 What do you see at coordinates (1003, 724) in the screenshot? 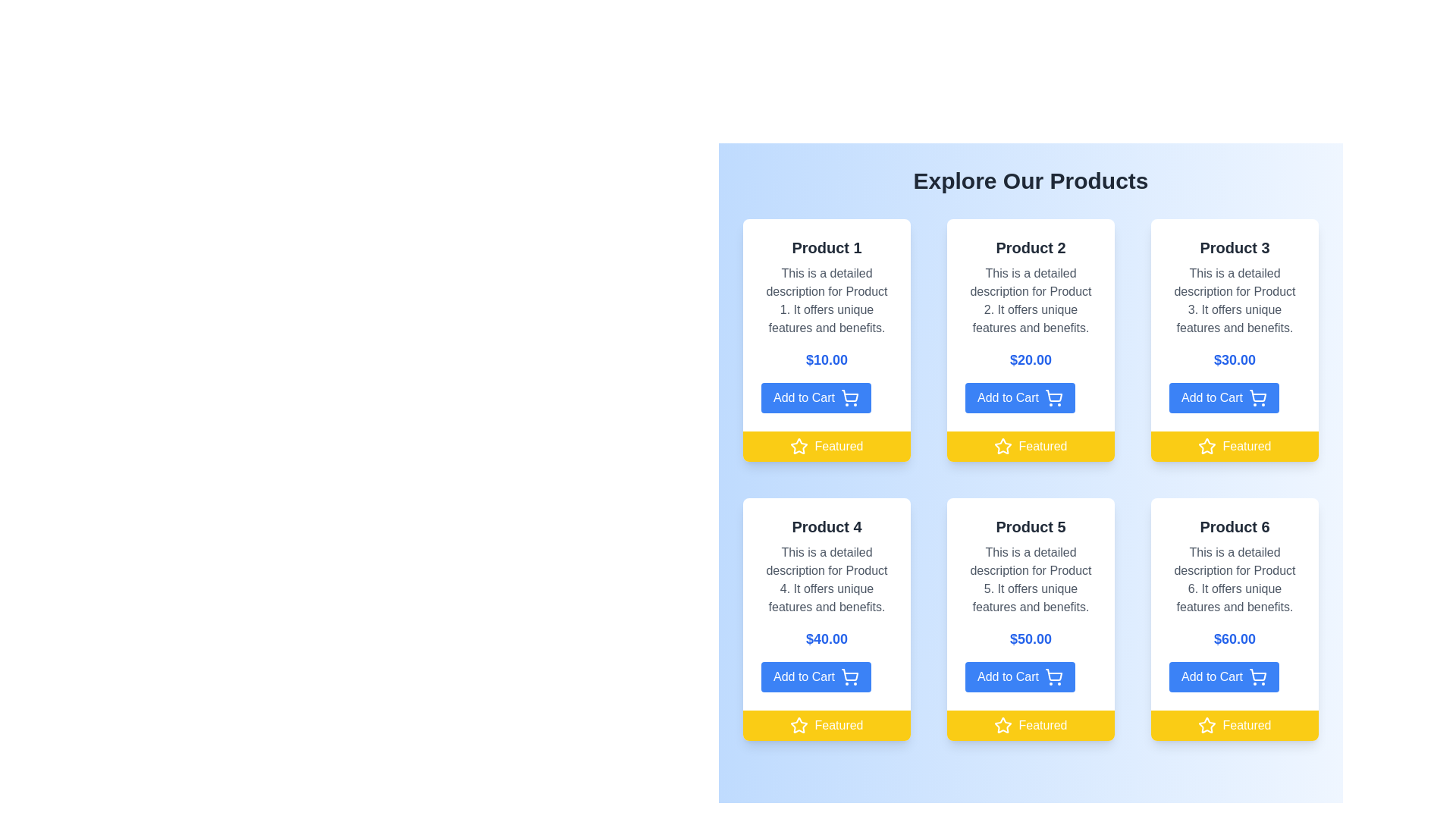
I see `the featured icon located below the Product 5 card in the second row and second column of the grid layout` at bounding box center [1003, 724].